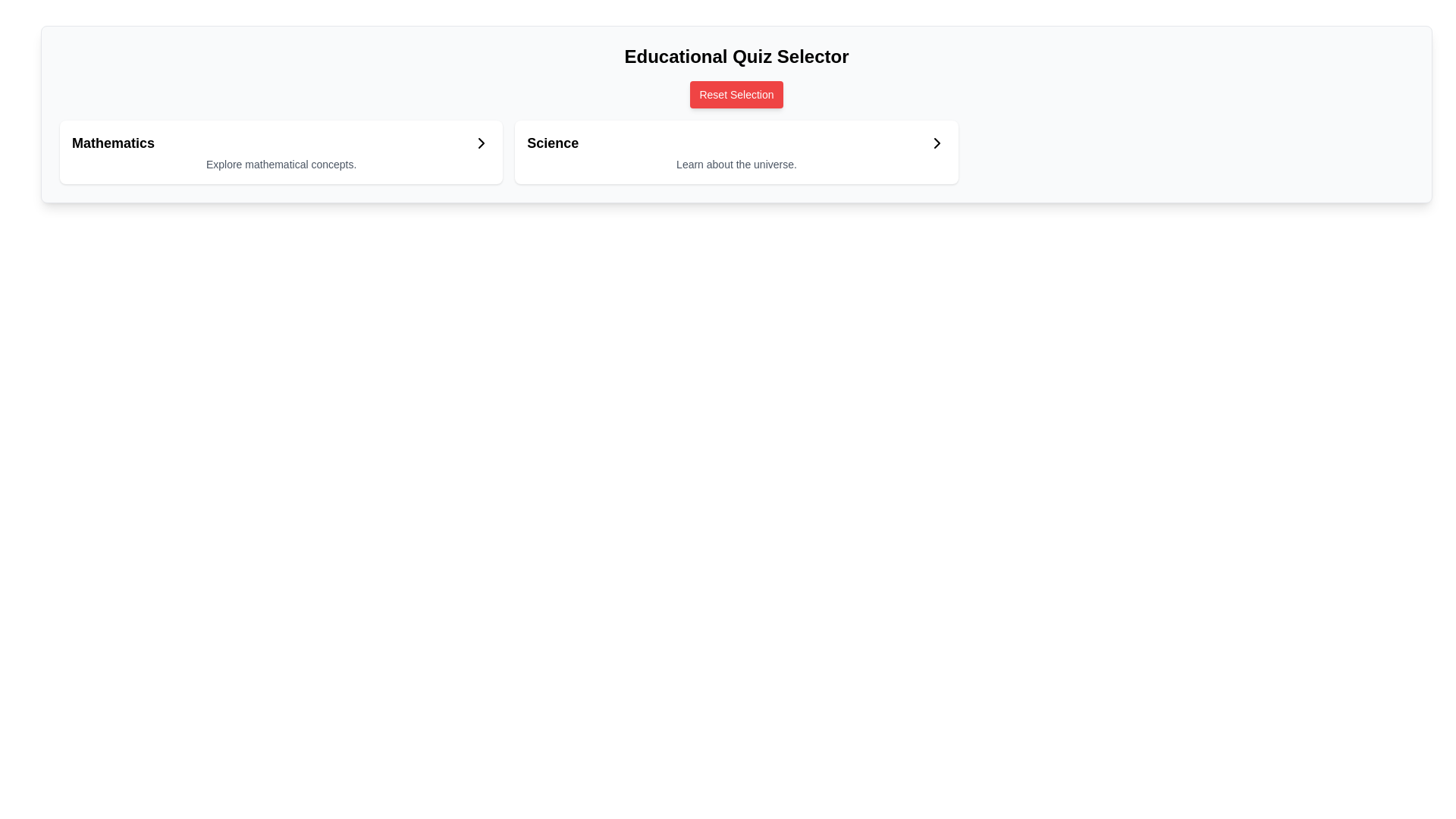 This screenshot has height=819, width=1456. Describe the element at coordinates (736, 55) in the screenshot. I see `title from the Header text element located at the top of the interface, above the 'Reset Selection' button` at that location.